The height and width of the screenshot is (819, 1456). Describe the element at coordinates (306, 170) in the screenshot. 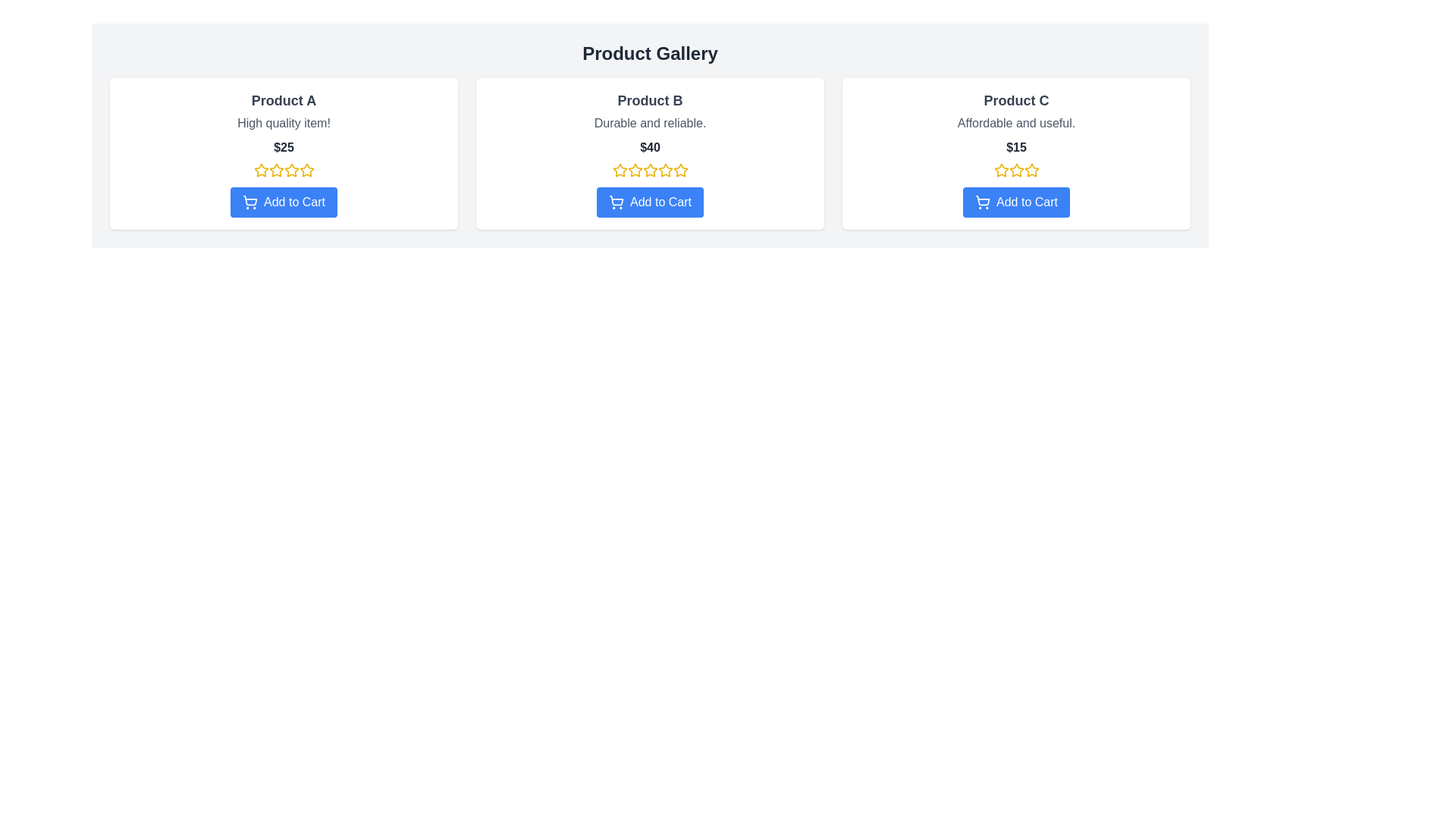

I see `the fifth hollow star icon with a yellow outline` at that location.